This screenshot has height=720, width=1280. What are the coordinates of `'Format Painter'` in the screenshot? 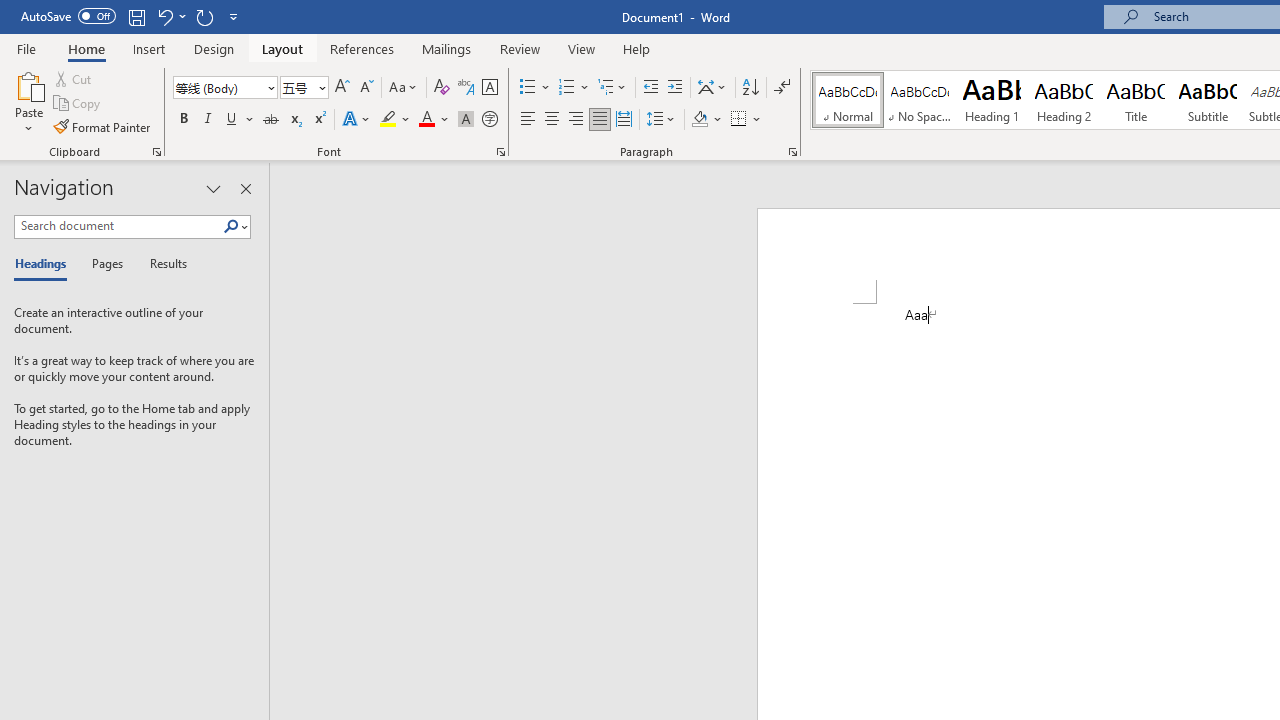 It's located at (102, 127).